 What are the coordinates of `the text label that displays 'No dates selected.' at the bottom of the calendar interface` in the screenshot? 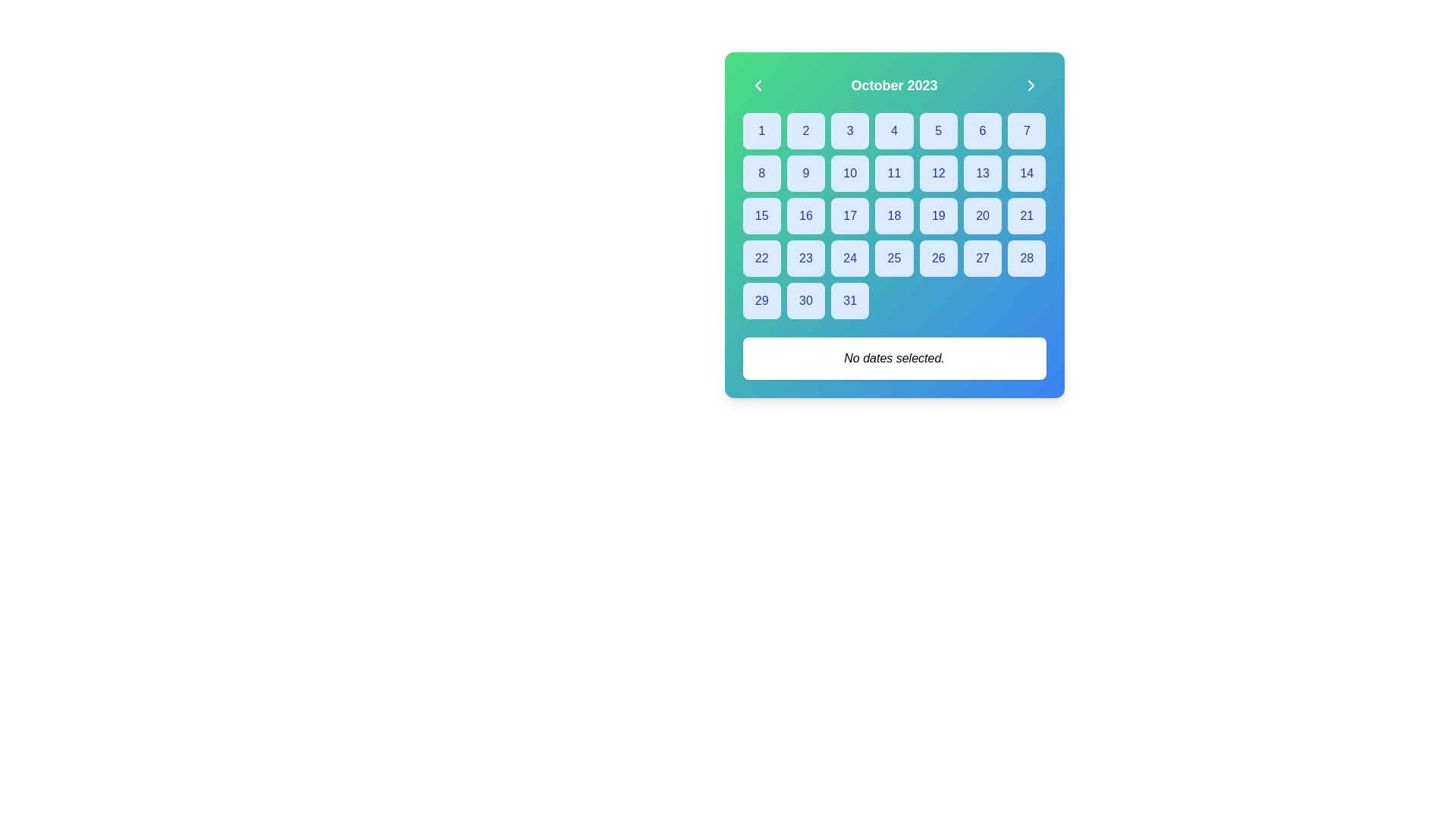 It's located at (894, 359).